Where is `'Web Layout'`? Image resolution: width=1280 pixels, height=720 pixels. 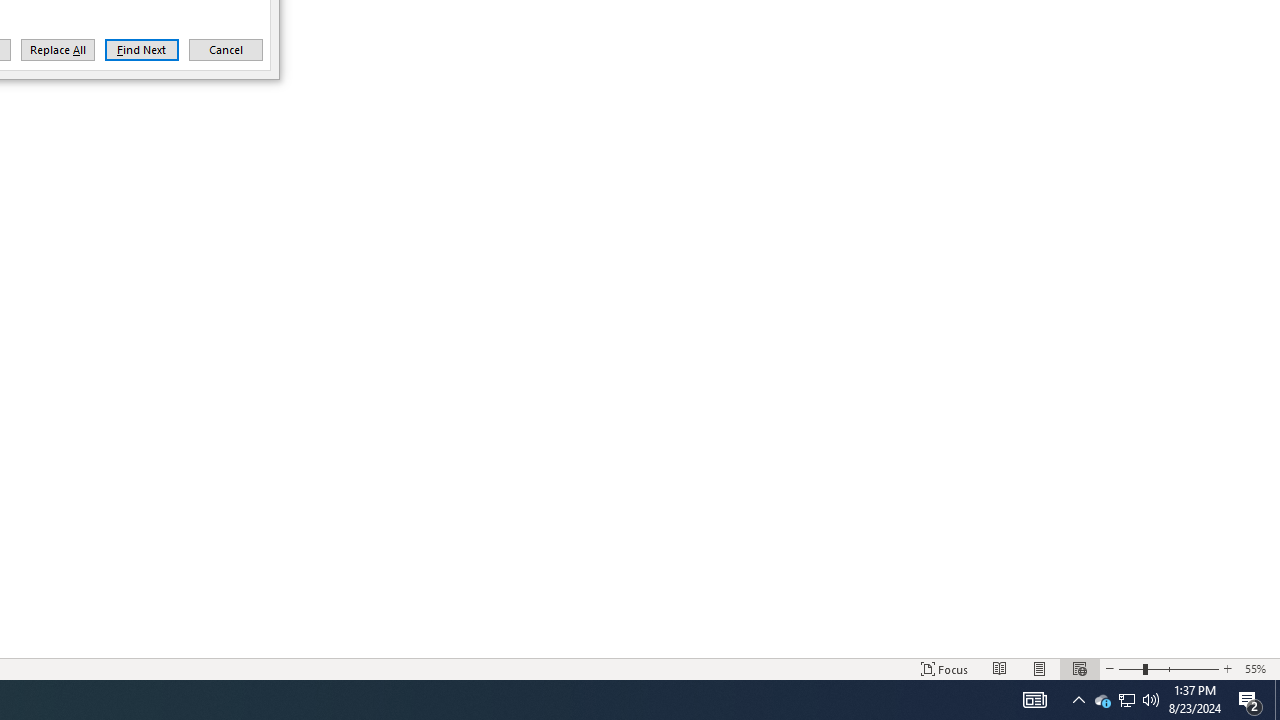
'Web Layout' is located at coordinates (1078, 669).